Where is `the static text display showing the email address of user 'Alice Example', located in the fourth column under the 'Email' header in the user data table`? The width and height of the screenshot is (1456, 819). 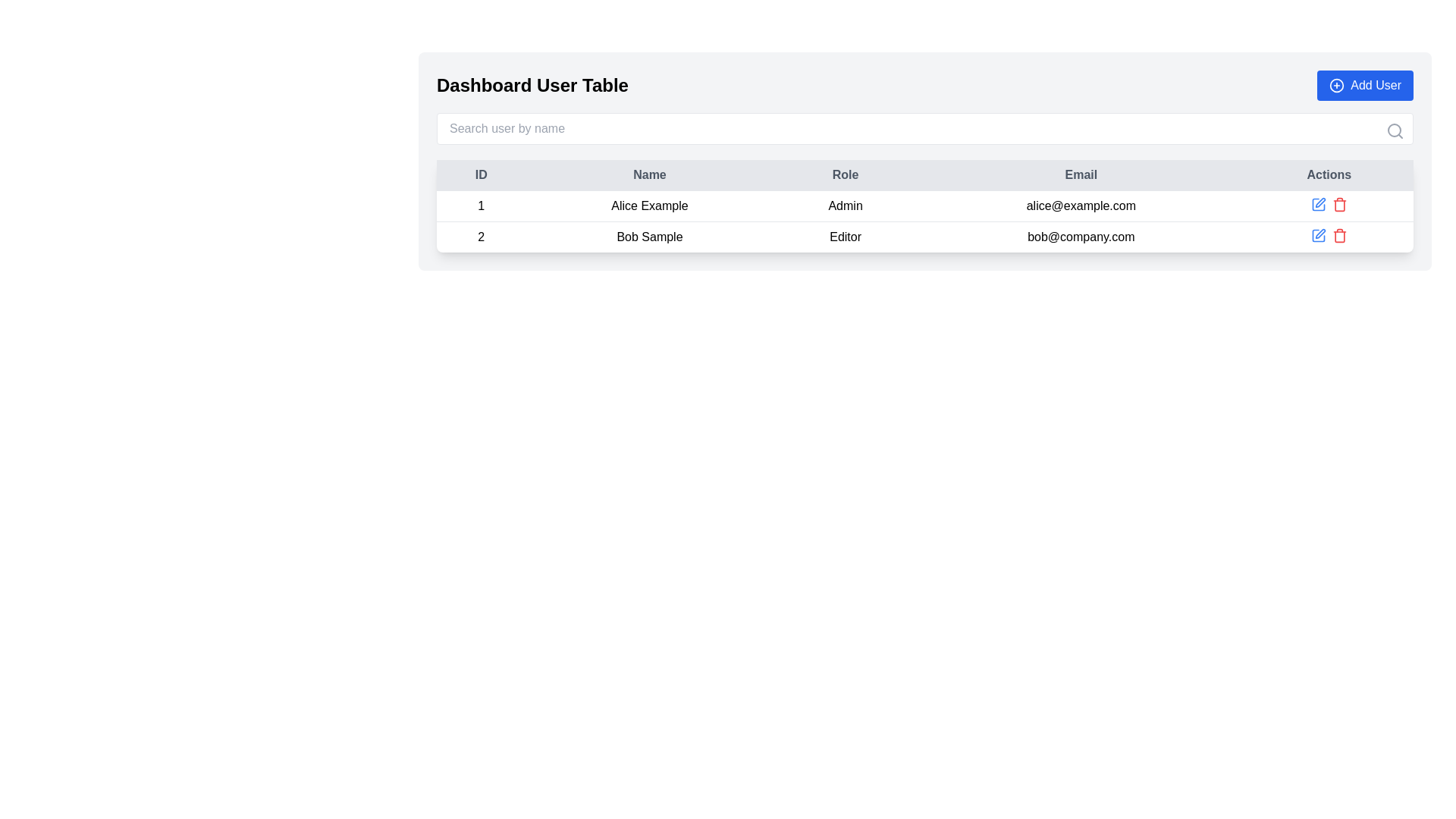
the static text display showing the email address of user 'Alice Example', located in the fourth column under the 'Email' header in the user data table is located at coordinates (1080, 206).